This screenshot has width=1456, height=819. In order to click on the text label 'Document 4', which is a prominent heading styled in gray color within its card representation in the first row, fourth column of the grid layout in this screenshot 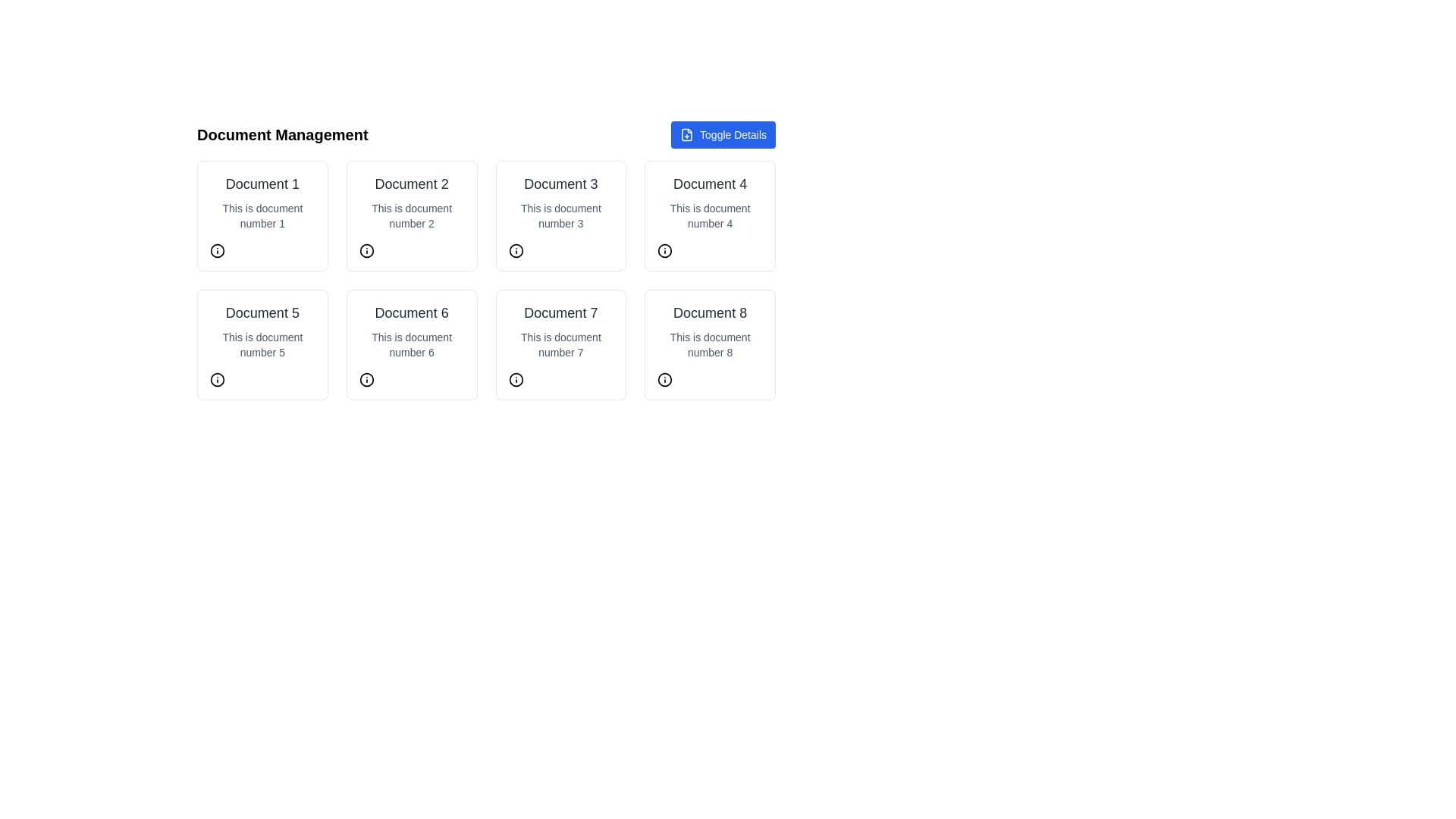, I will do `click(709, 184)`.